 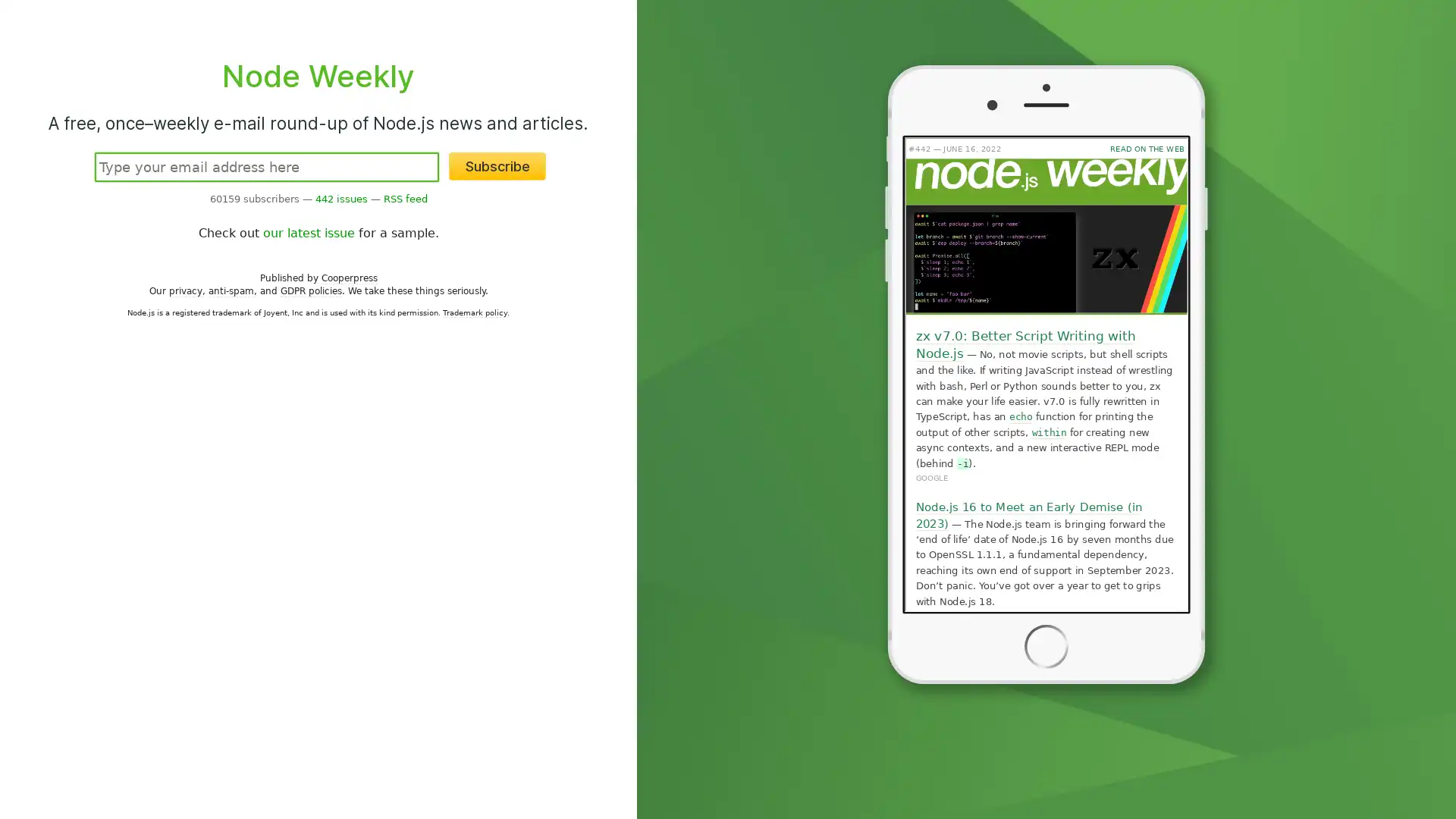 I want to click on Subscribe, so click(x=497, y=166).